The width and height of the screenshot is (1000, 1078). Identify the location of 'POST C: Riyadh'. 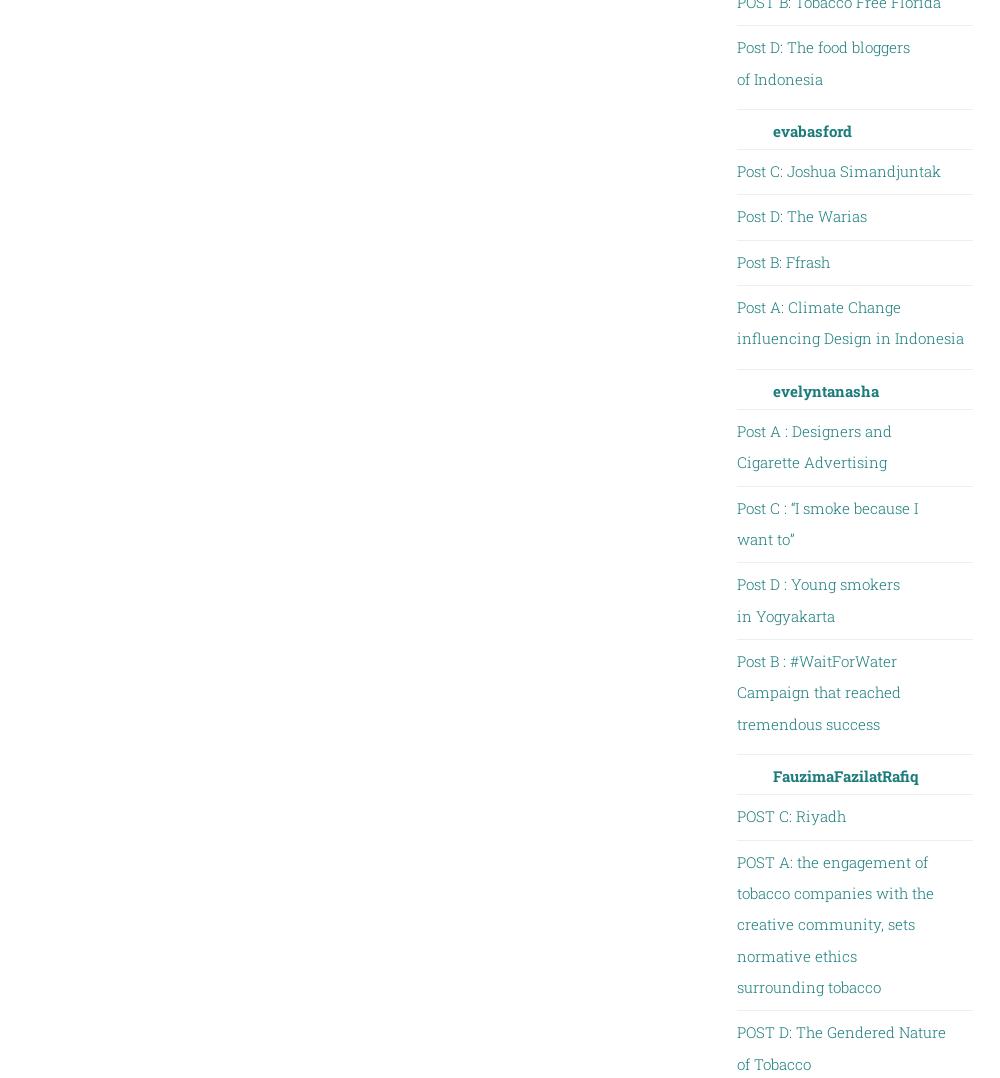
(790, 816).